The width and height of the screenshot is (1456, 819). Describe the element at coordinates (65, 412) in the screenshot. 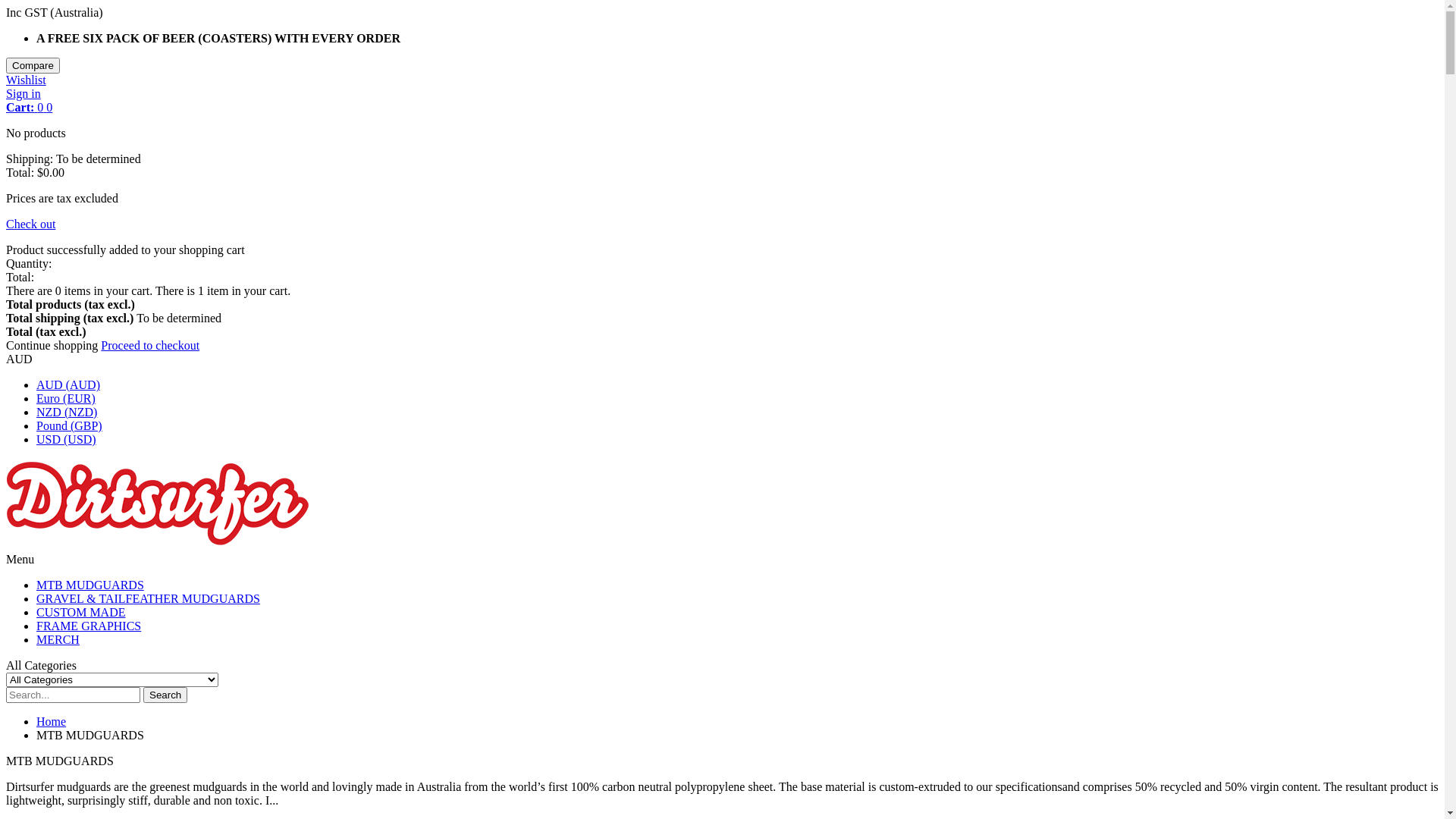

I see `'NZD (NZD)'` at that location.